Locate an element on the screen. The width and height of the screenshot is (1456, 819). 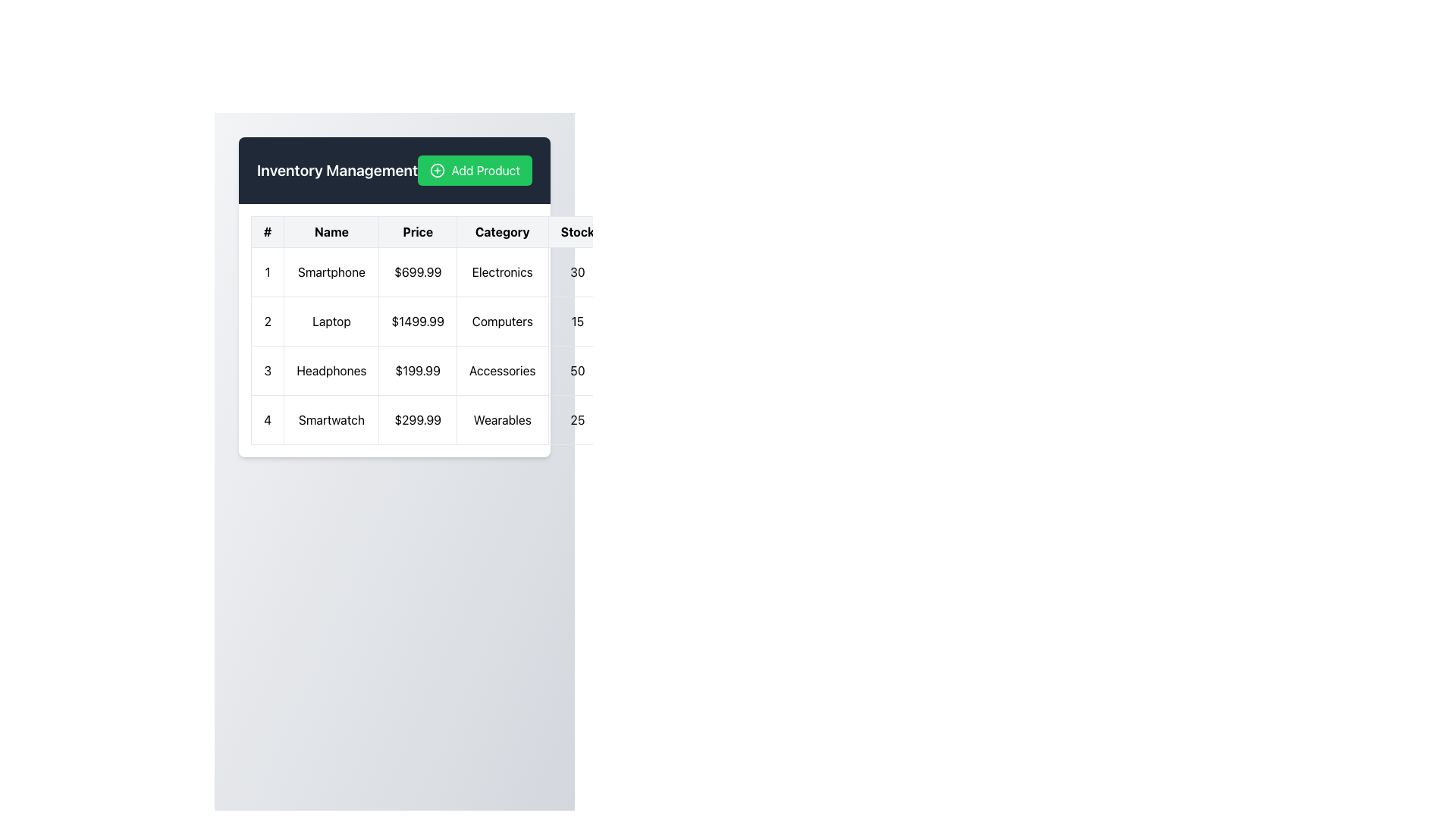
to select the third row in the table that contains the data: 3, Headphones, $199.99, Accessories, 50 is located at coordinates (463, 371).